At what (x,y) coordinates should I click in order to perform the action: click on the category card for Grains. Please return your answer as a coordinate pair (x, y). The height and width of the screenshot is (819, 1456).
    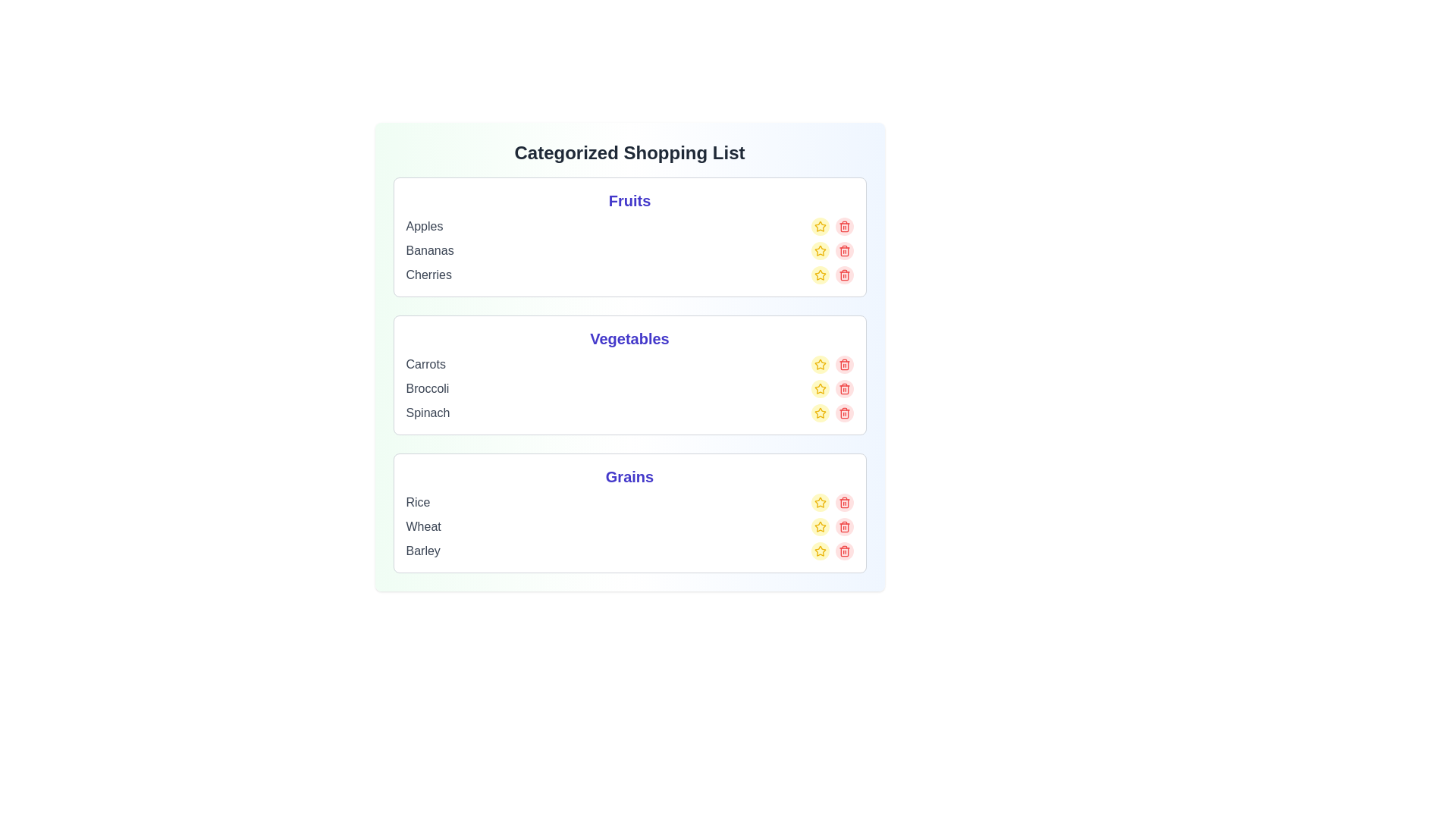
    Looking at the image, I should click on (629, 513).